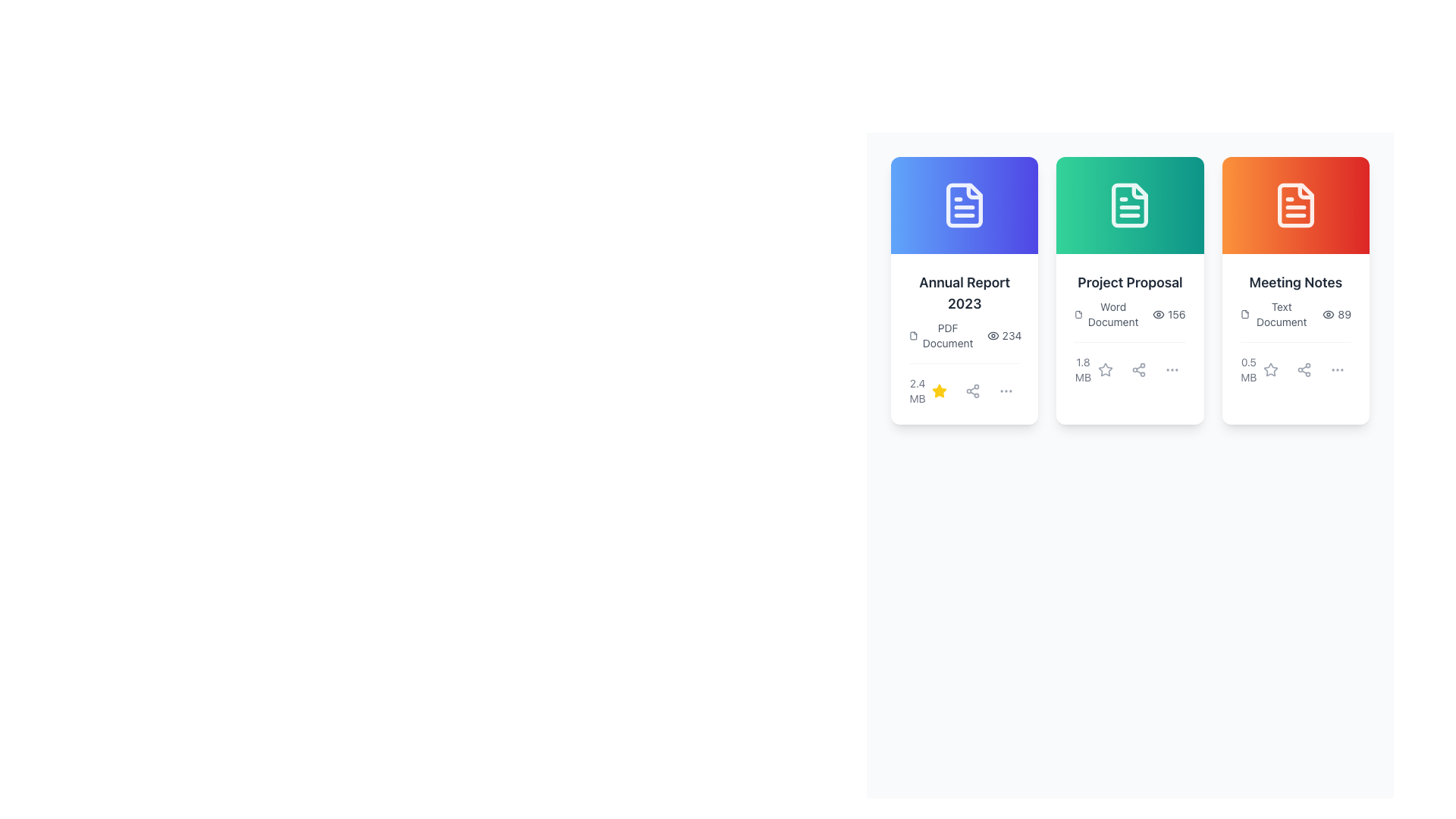  Describe the element at coordinates (1337, 370) in the screenshot. I see `the overflow menu icon button located at the bottom-right corner of the 'Meeting Notes' card, which is the third icon` at that location.